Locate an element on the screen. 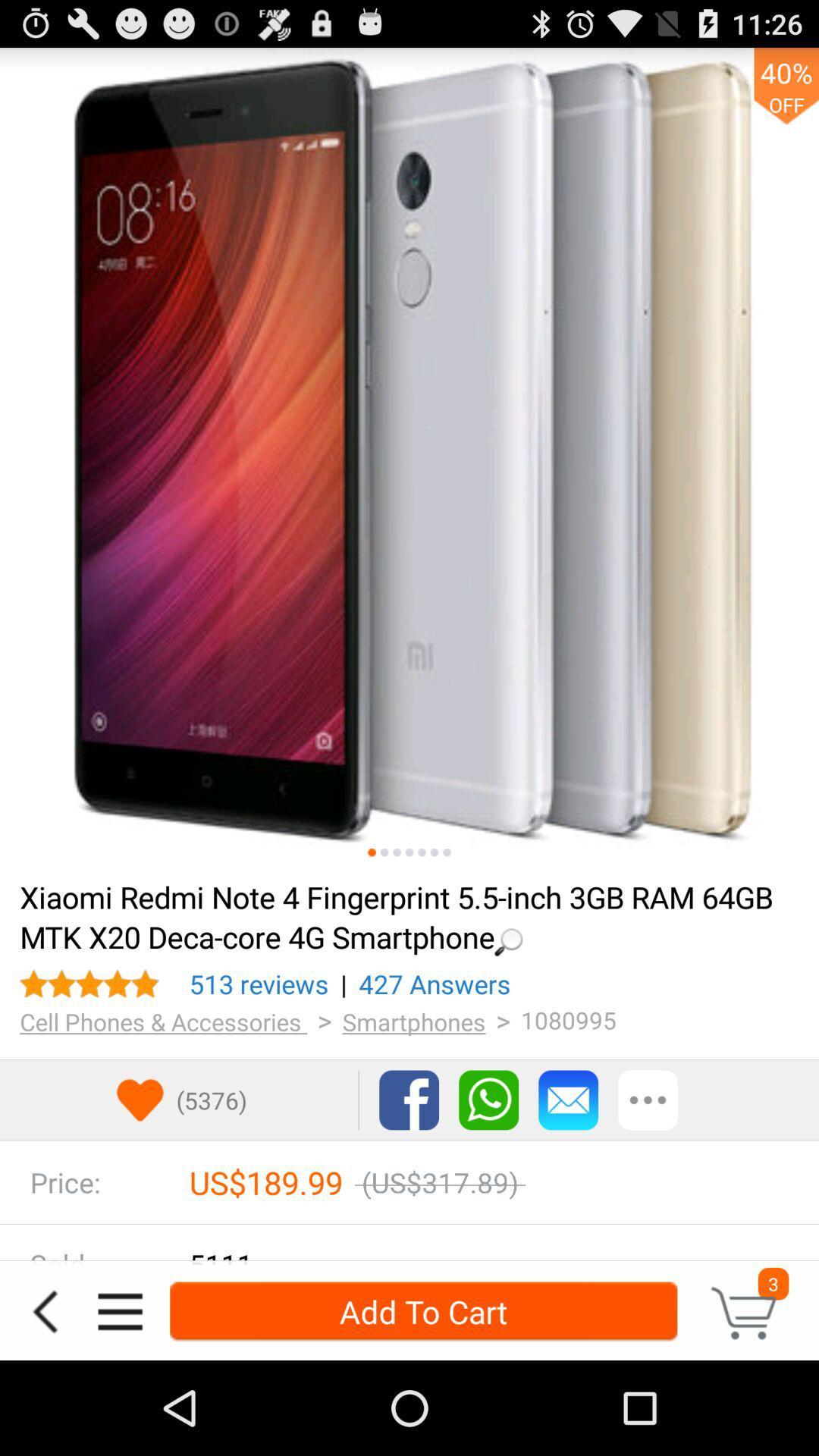 The image size is (819, 1456). share via facebook is located at coordinates (408, 1100).